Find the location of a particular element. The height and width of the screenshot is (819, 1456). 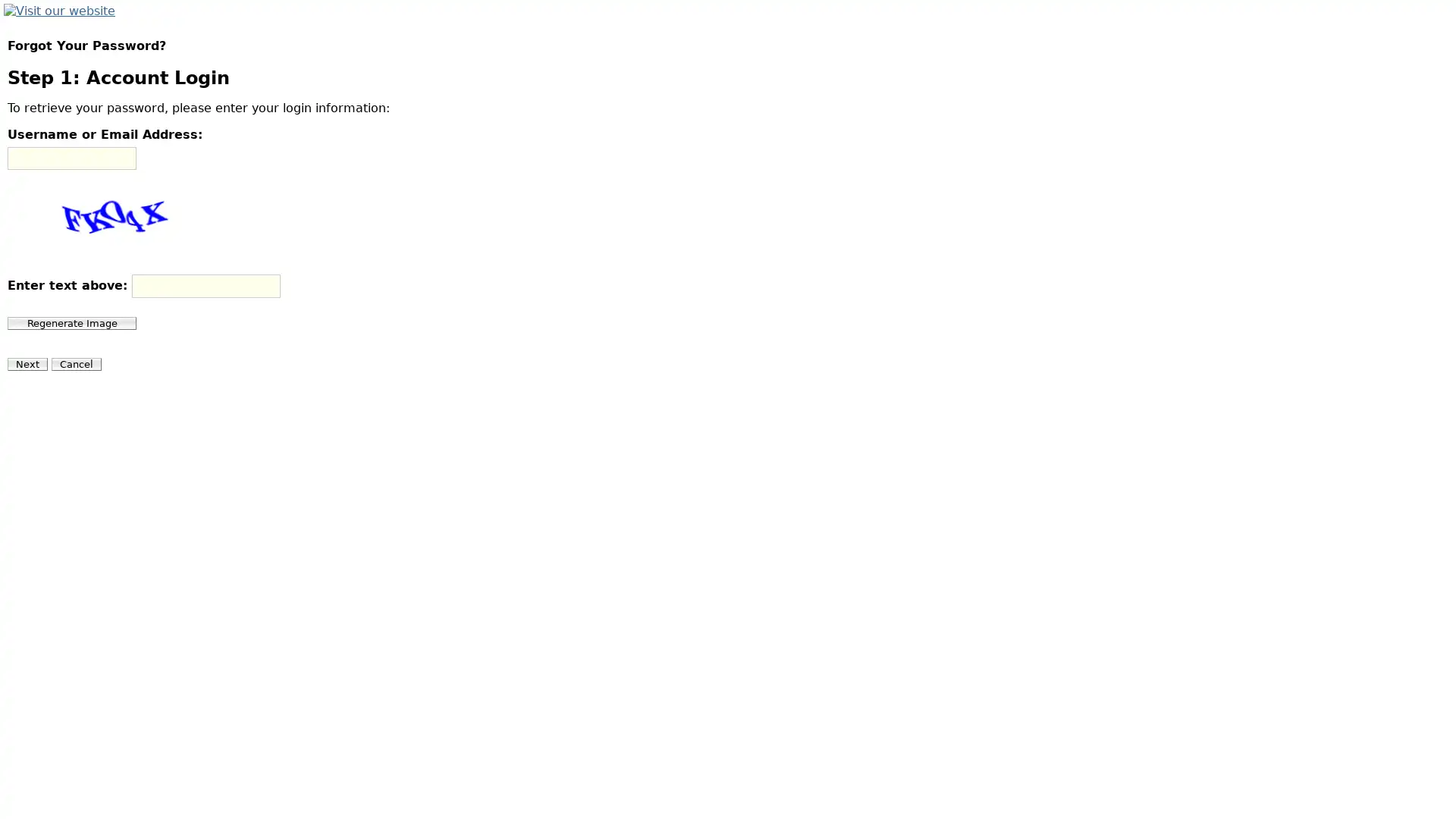

Next is located at coordinates (27, 364).